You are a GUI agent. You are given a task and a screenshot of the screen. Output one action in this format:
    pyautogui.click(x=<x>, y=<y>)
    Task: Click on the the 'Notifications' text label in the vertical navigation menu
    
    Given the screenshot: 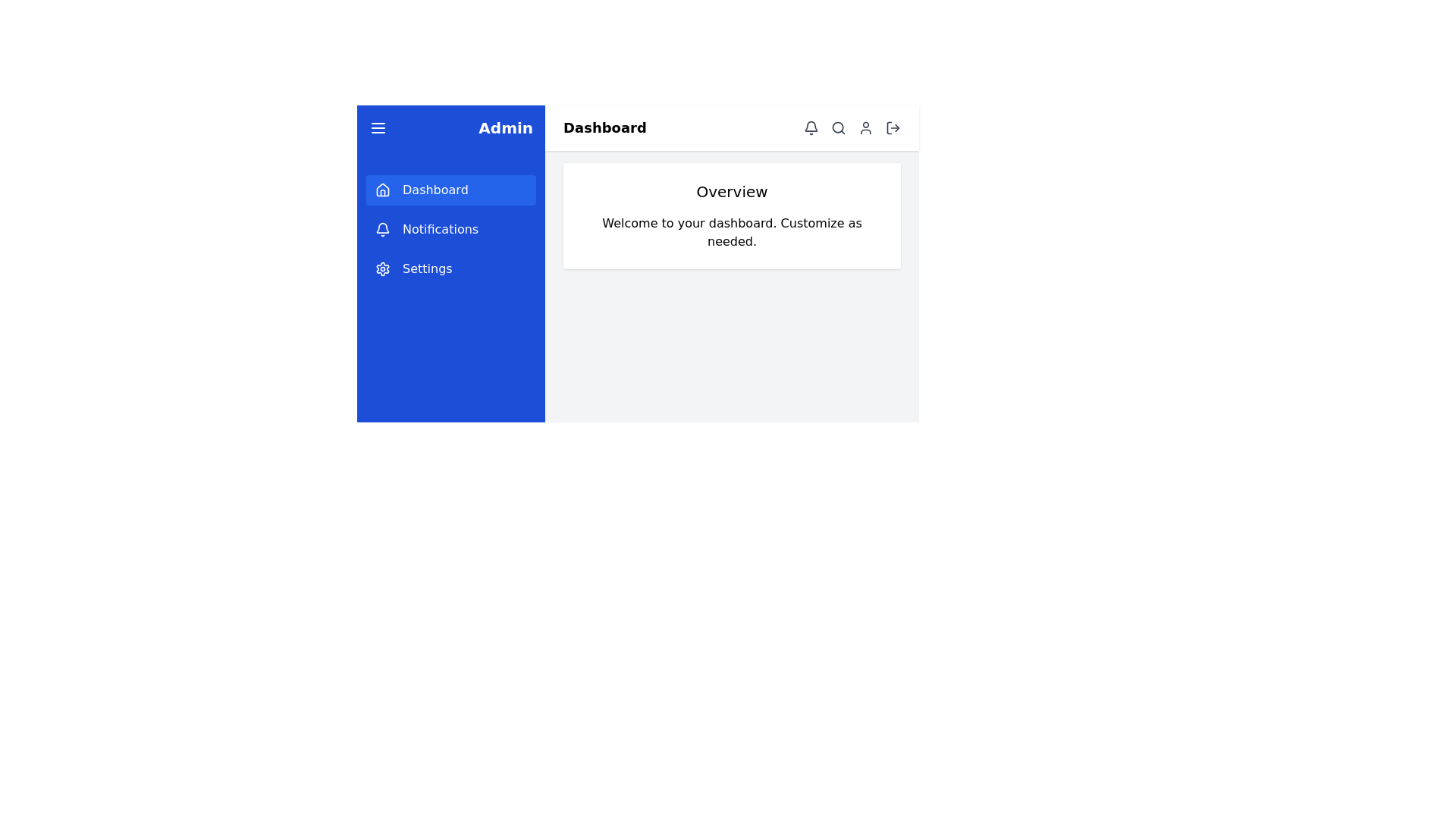 What is the action you would take?
    pyautogui.click(x=439, y=230)
    